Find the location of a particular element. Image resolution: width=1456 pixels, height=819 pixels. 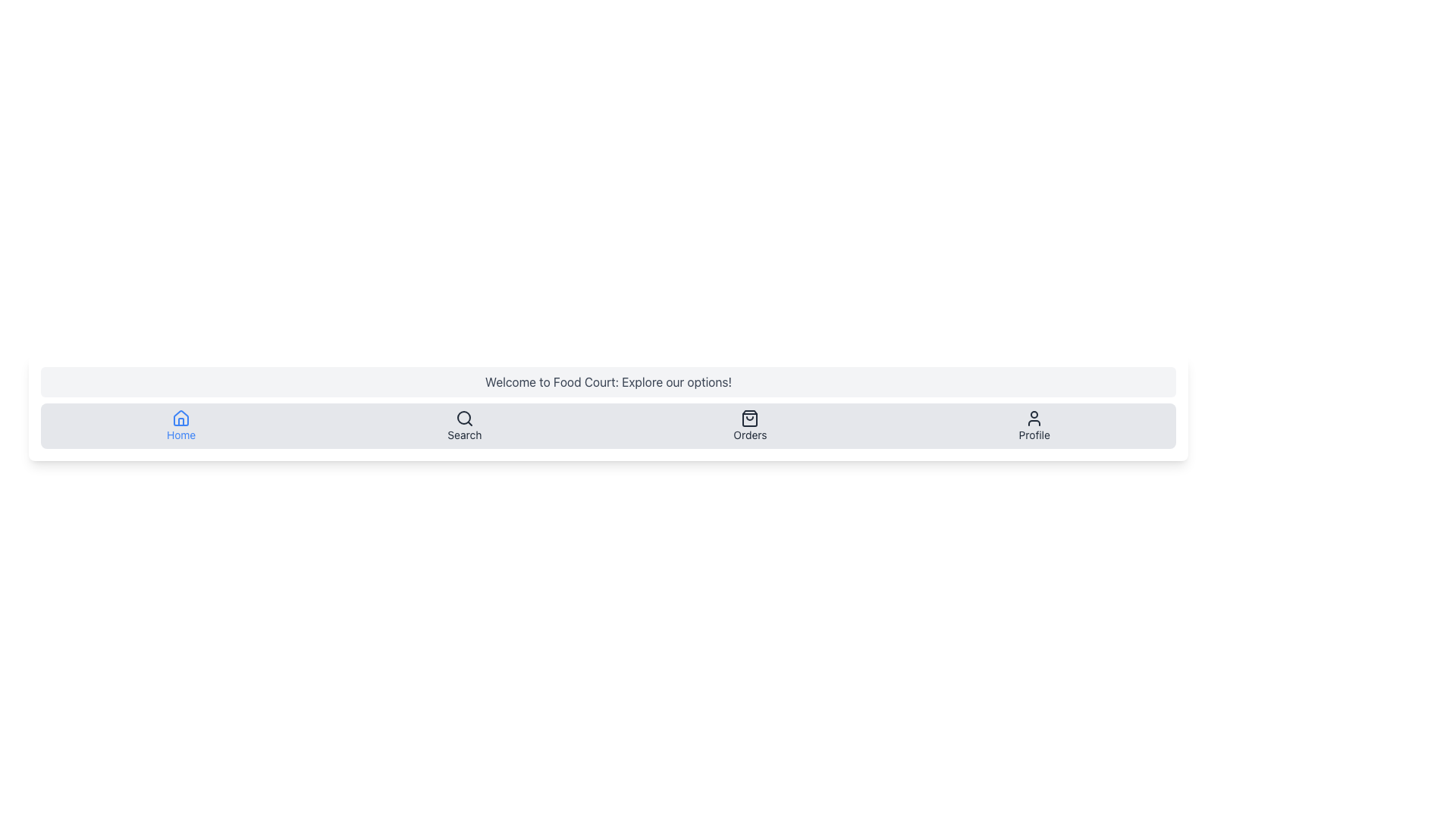

the 'Home' button in the navigation bar is located at coordinates (181, 426).